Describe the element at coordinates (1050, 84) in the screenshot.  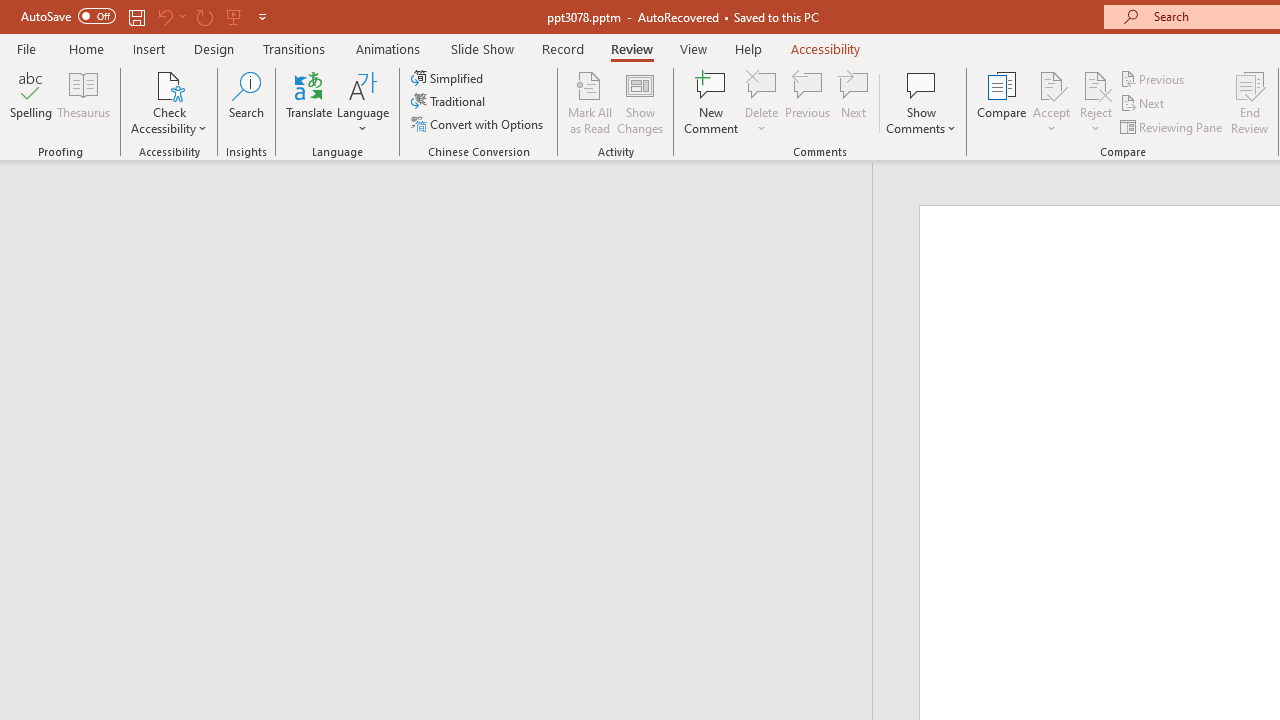
I see `'Accept Change'` at that location.